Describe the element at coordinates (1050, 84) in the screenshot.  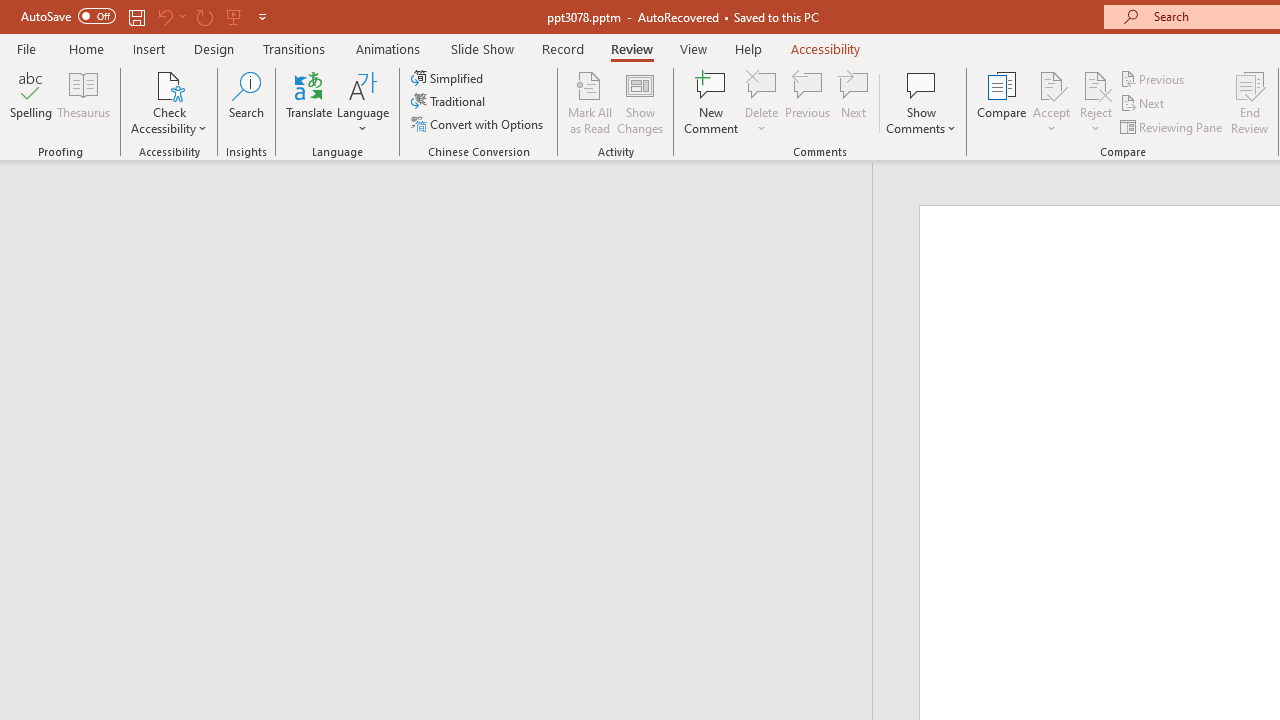
I see `'Accept Change'` at that location.